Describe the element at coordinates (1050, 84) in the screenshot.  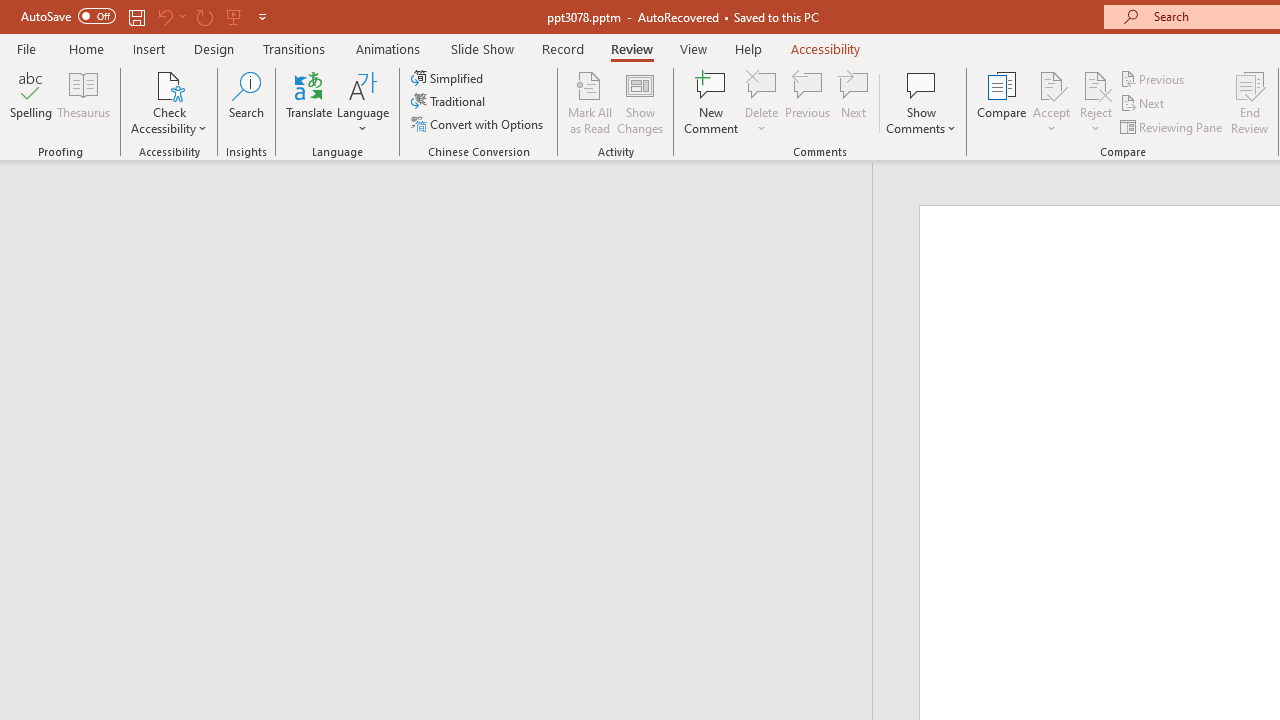
I see `'Accept Change'` at that location.